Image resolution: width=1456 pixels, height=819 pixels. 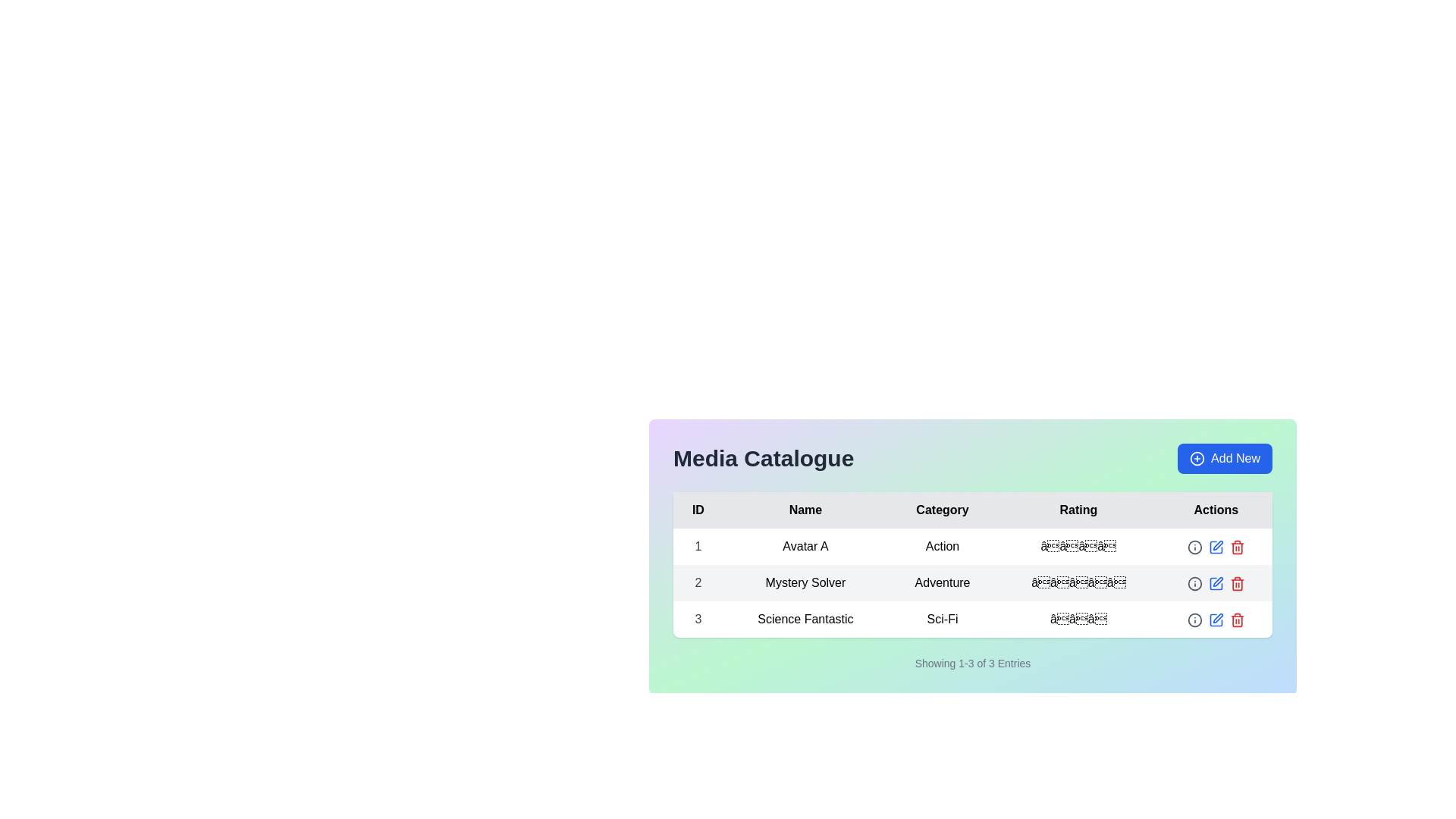 I want to click on the pen-shaped edit icon in the Actions column for the third entry, 'Science Fantastic', in the Media Catalogue table, so click(x=1216, y=620).